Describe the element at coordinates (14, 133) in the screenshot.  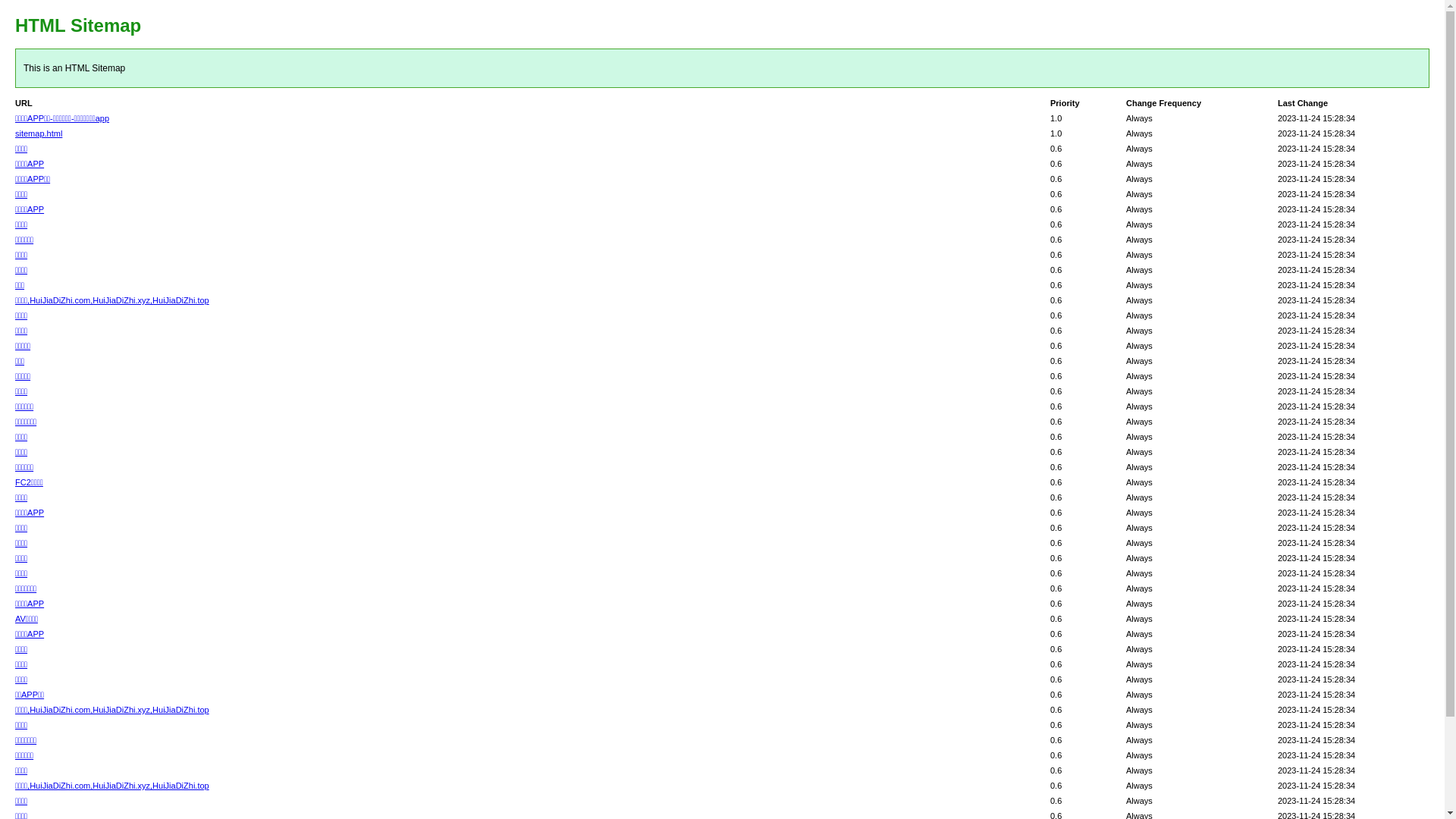
I see `'sitemap.html'` at that location.